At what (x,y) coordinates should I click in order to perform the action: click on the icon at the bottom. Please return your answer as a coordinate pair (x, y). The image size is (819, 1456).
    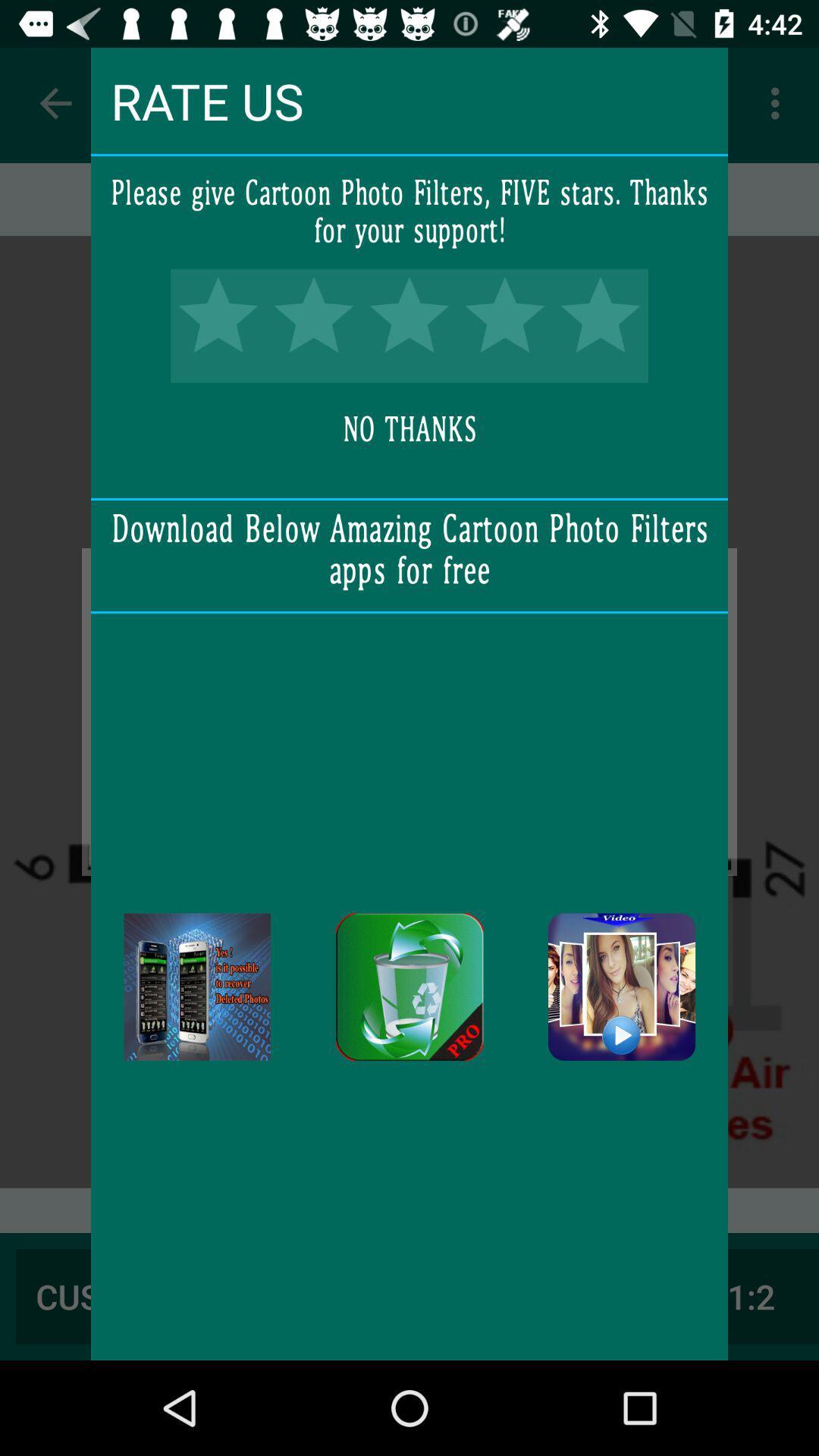
    Looking at the image, I should click on (409, 987).